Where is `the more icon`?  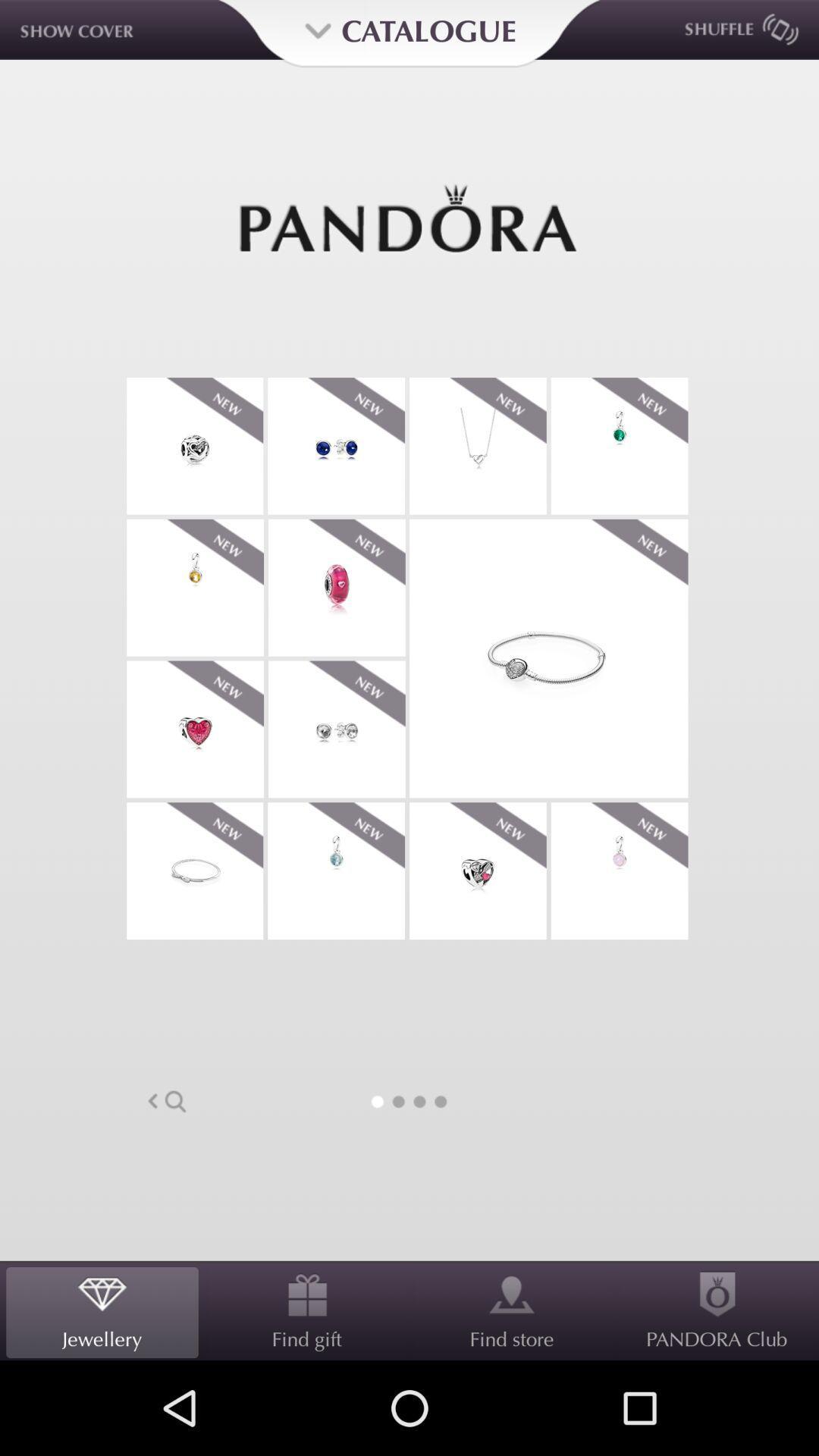 the more icon is located at coordinates (335, 476).